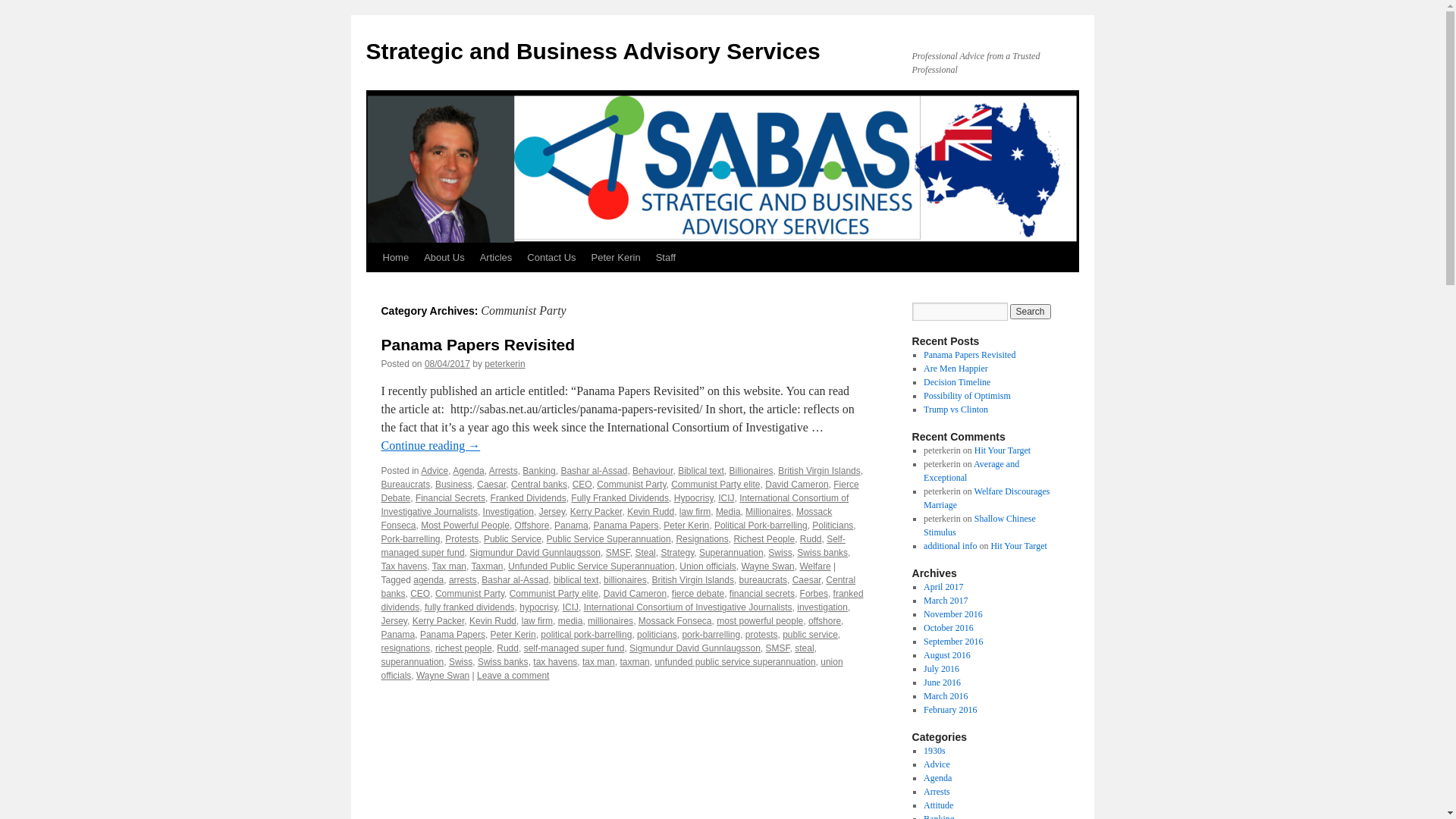 The image size is (1456, 819). What do you see at coordinates (469, 593) in the screenshot?
I see `'Communist Party'` at bounding box center [469, 593].